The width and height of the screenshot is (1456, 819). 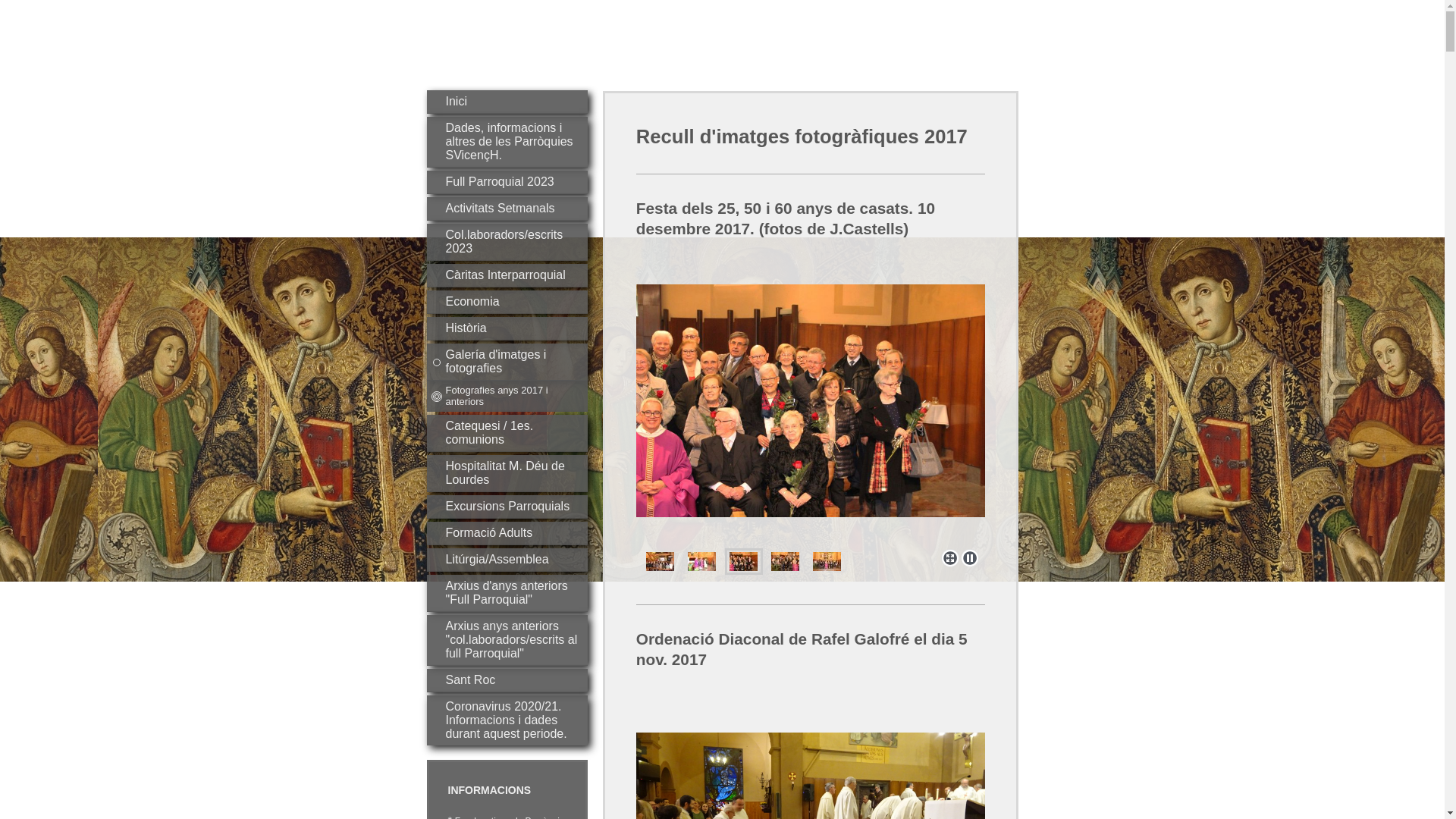 What do you see at coordinates (506, 302) in the screenshot?
I see `'Economia'` at bounding box center [506, 302].